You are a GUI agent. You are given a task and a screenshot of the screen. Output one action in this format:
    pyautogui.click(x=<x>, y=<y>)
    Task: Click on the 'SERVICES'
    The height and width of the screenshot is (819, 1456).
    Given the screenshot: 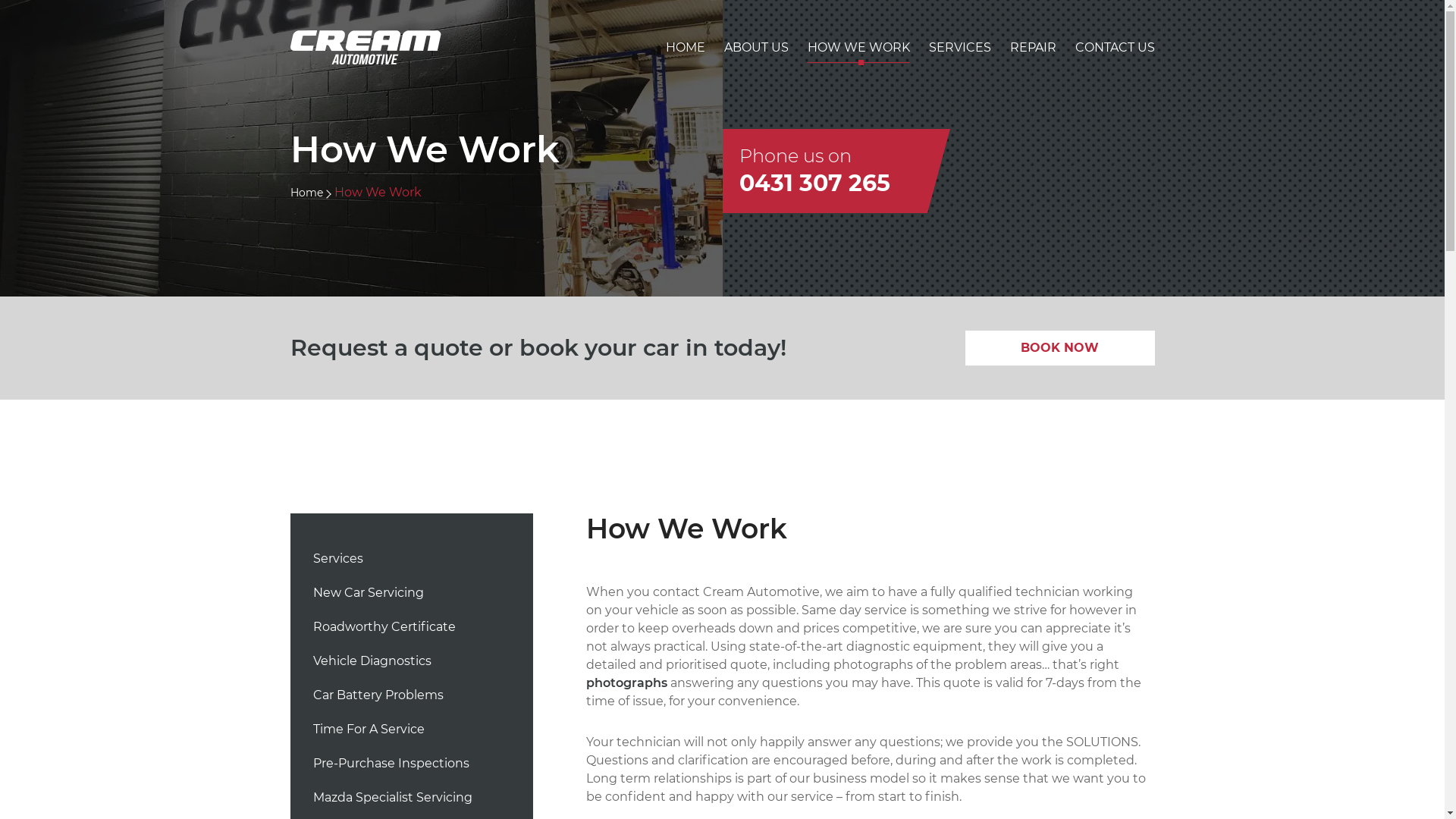 What is the action you would take?
    pyautogui.click(x=959, y=52)
    